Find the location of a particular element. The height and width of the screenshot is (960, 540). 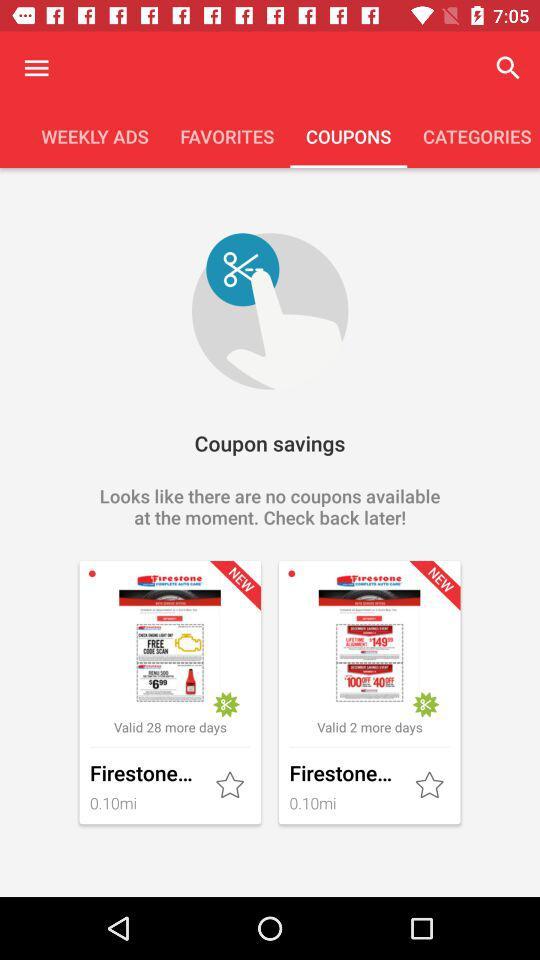

options button is located at coordinates (36, 68).